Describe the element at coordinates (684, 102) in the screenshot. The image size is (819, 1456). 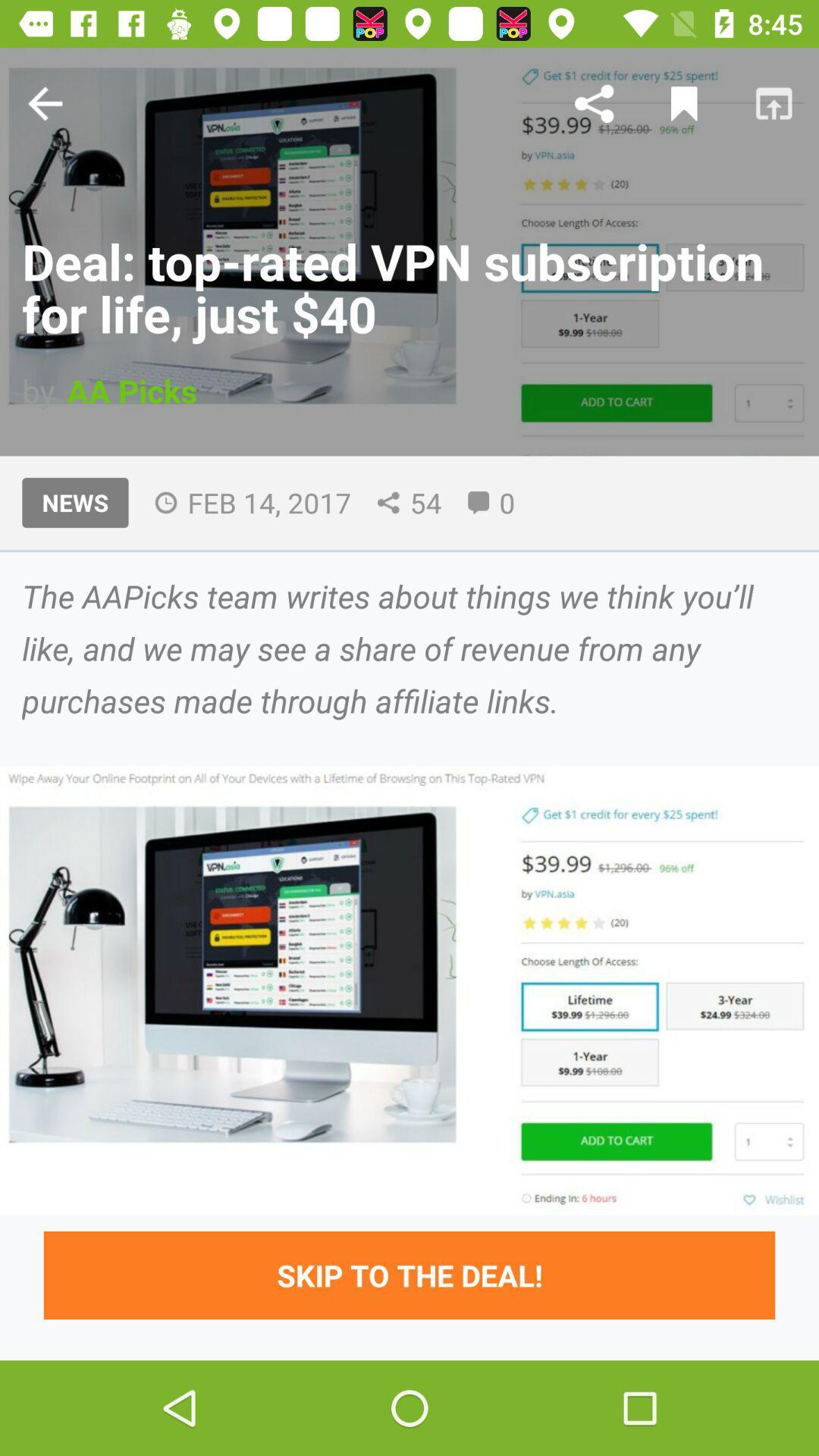
I see `bookmark this page` at that location.